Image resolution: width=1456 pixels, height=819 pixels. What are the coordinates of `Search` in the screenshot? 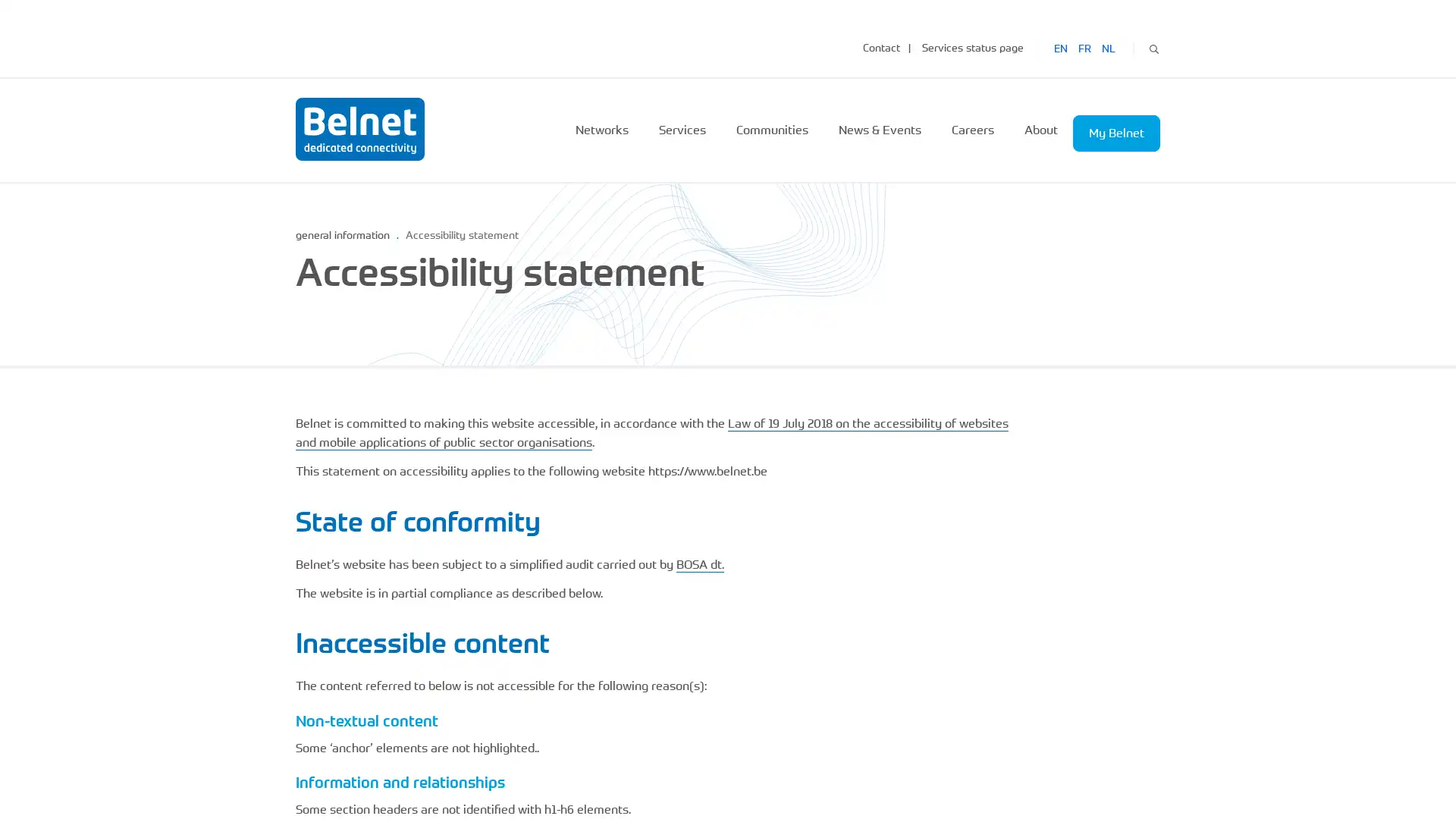 It's located at (1153, 46).